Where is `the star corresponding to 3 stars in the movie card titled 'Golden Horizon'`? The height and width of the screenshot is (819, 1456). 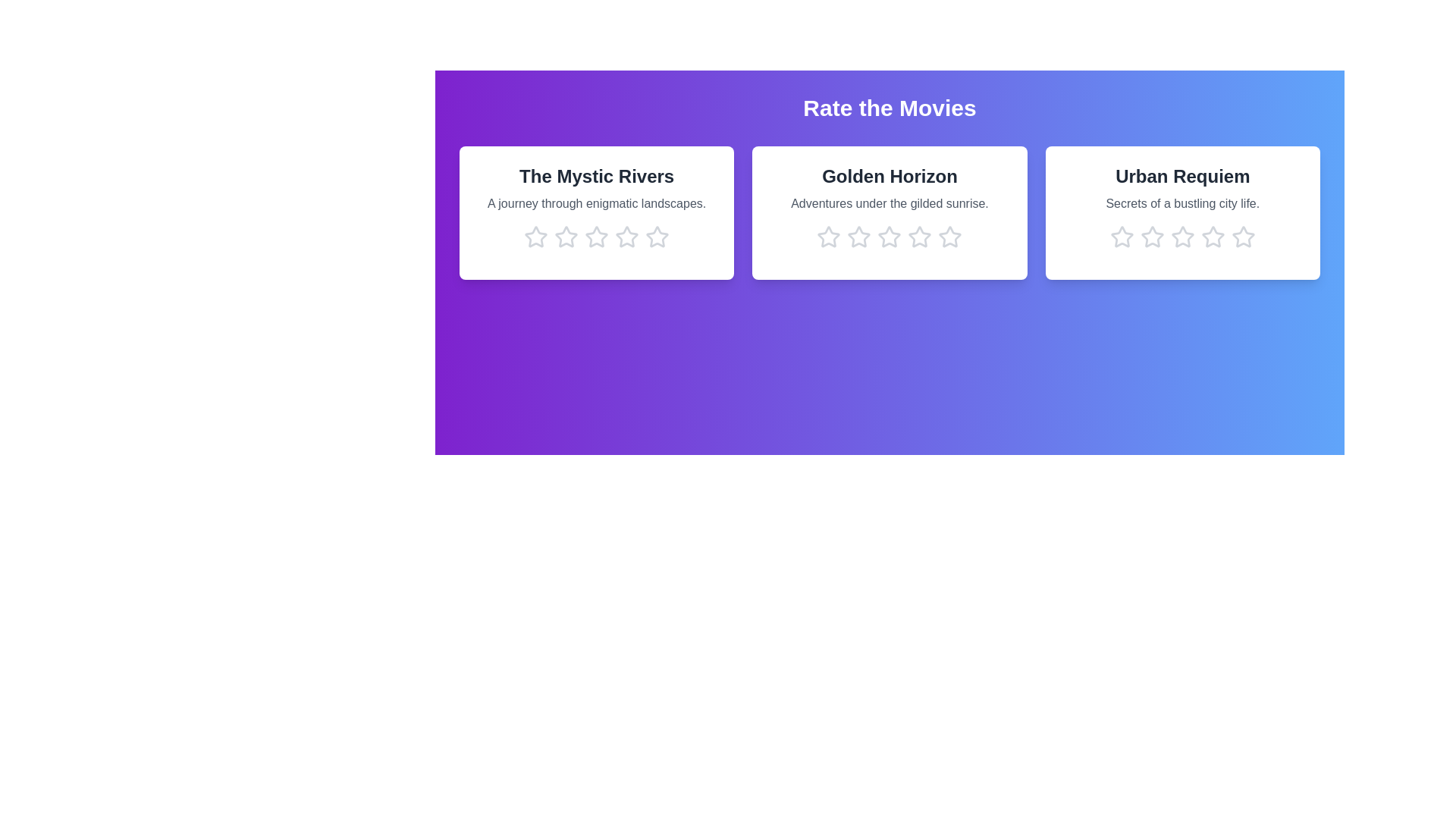
the star corresponding to 3 stars in the movie card titled 'Golden Horizon' is located at coordinates (890, 237).